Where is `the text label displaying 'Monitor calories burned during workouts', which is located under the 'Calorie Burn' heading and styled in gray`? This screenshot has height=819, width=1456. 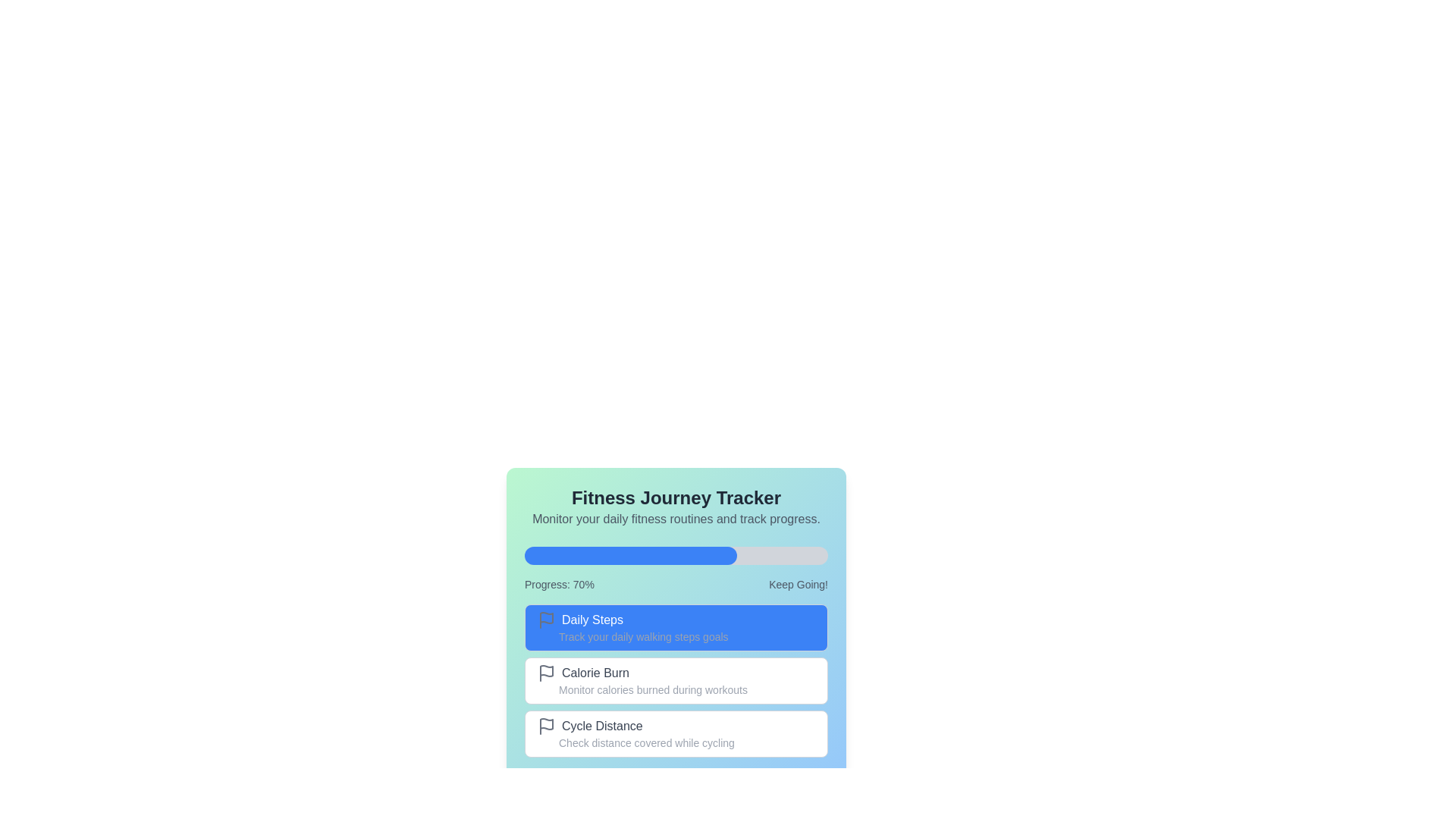
the text label displaying 'Monitor calories burned during workouts', which is located under the 'Calorie Burn' heading and styled in gray is located at coordinates (686, 690).